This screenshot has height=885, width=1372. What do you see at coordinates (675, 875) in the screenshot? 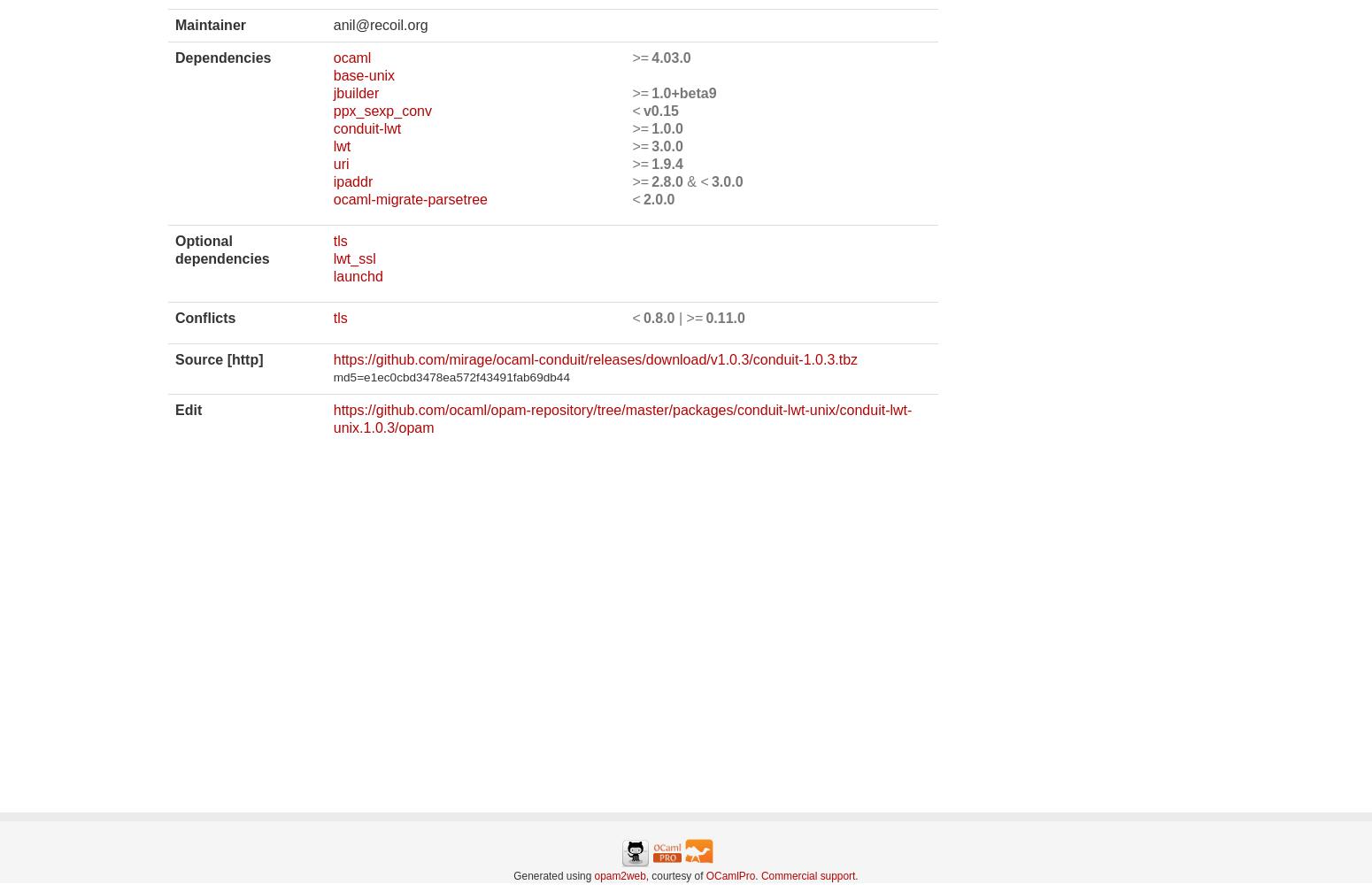
I see `', courtesy of'` at bounding box center [675, 875].